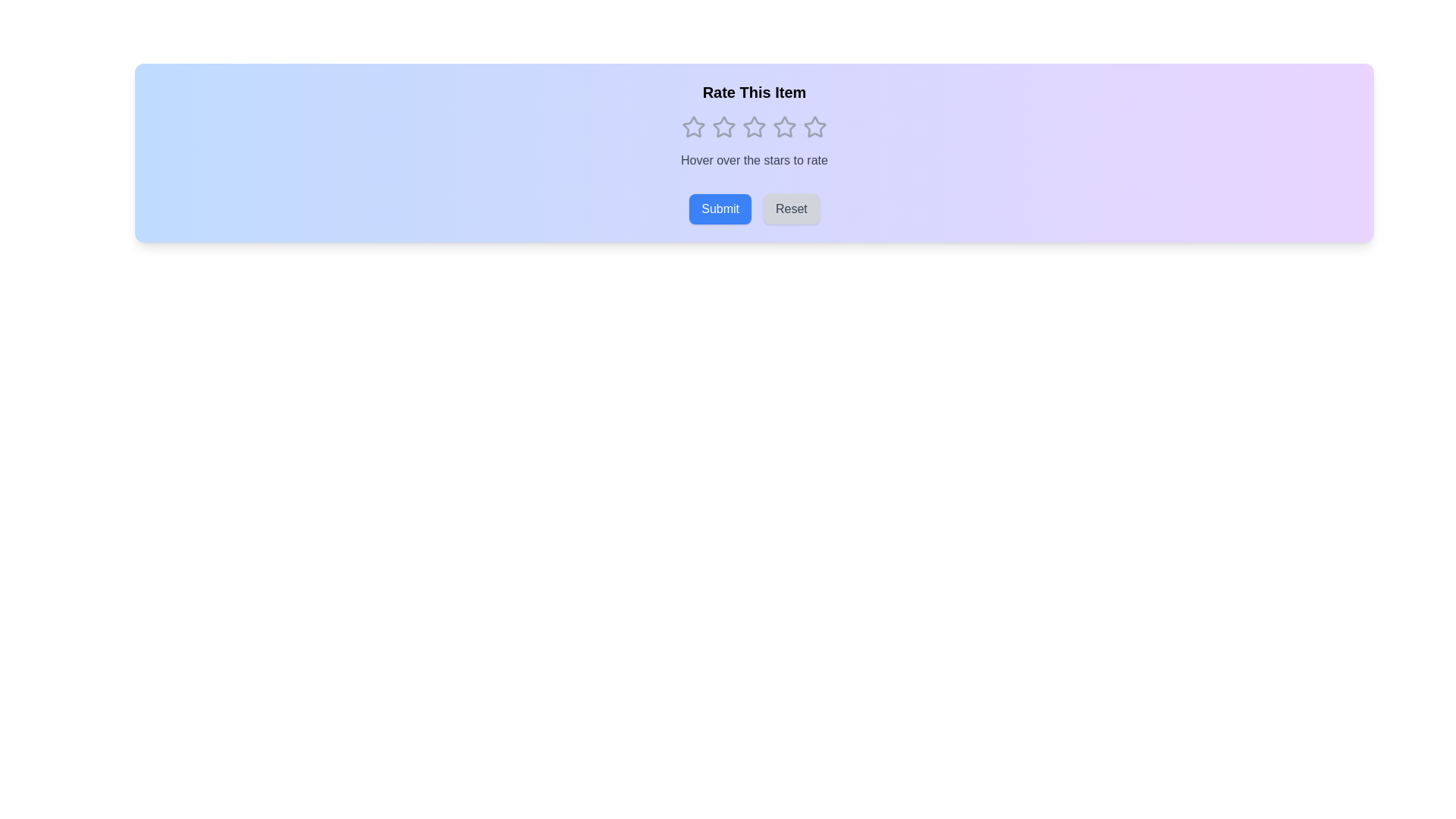 This screenshot has height=819, width=1456. Describe the element at coordinates (790, 209) in the screenshot. I see `the 'Reset' button, which is a rectangular button with rounded corners and a gray background, located at the bottom center of the interface, to reset the inputs` at that location.